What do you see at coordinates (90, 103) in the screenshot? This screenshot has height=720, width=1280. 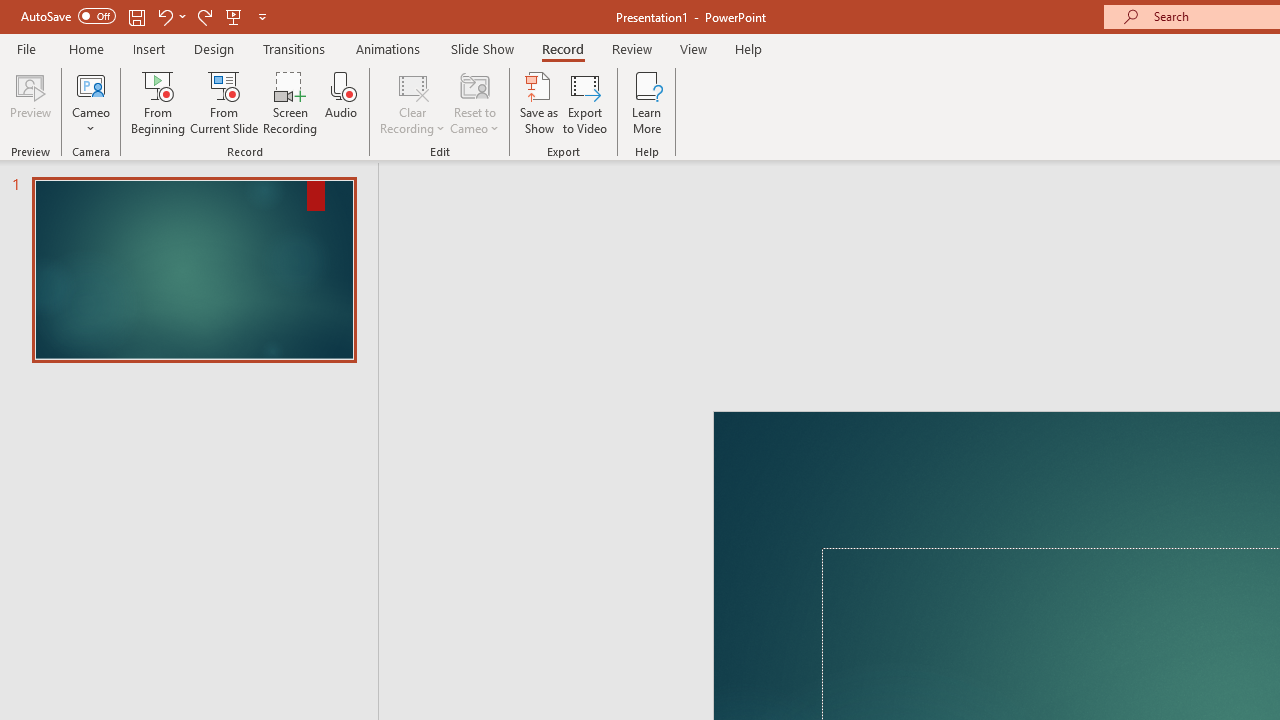 I see `'Cameo'` at bounding box center [90, 103].